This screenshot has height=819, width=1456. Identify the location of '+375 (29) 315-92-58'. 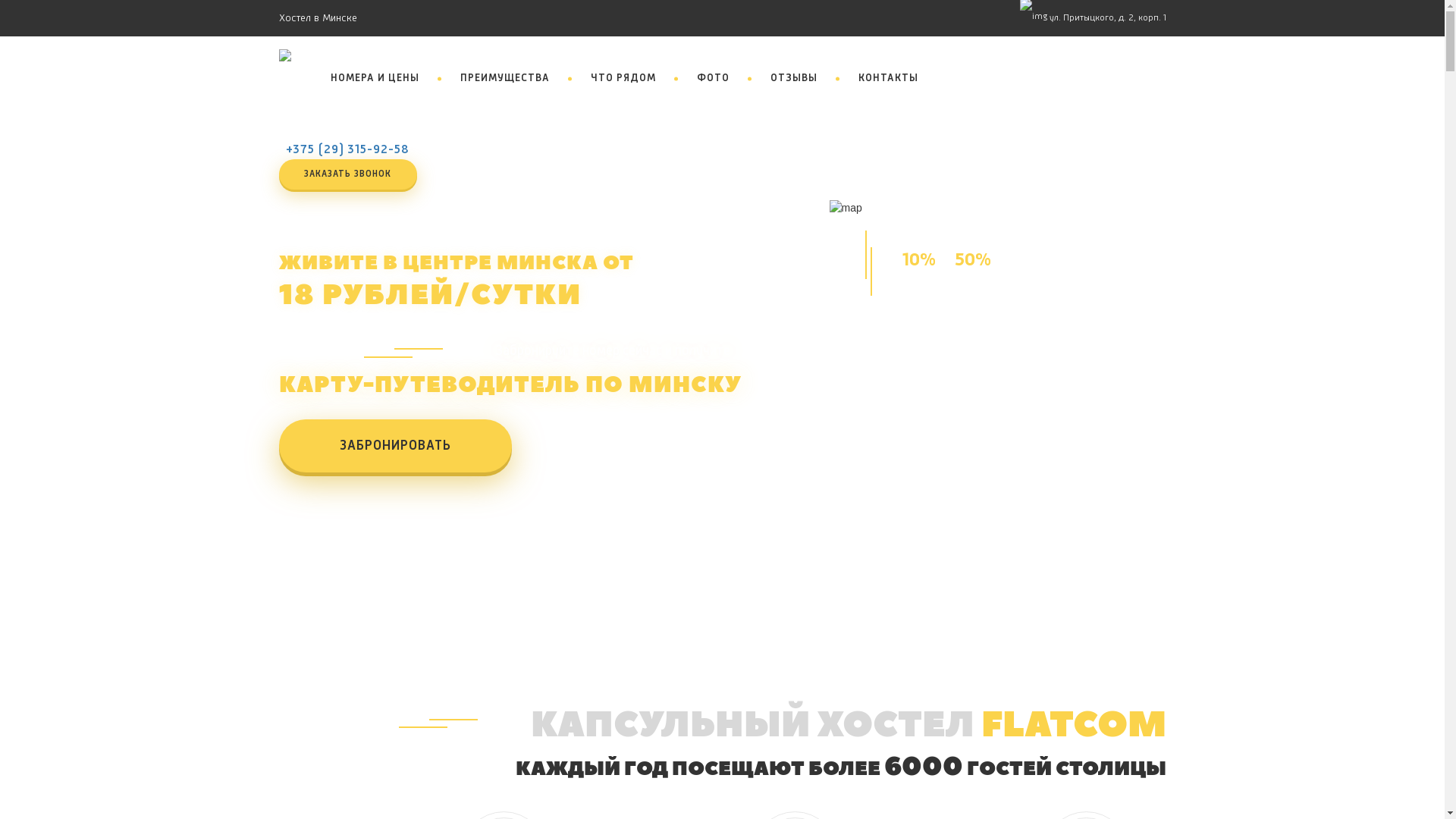
(347, 149).